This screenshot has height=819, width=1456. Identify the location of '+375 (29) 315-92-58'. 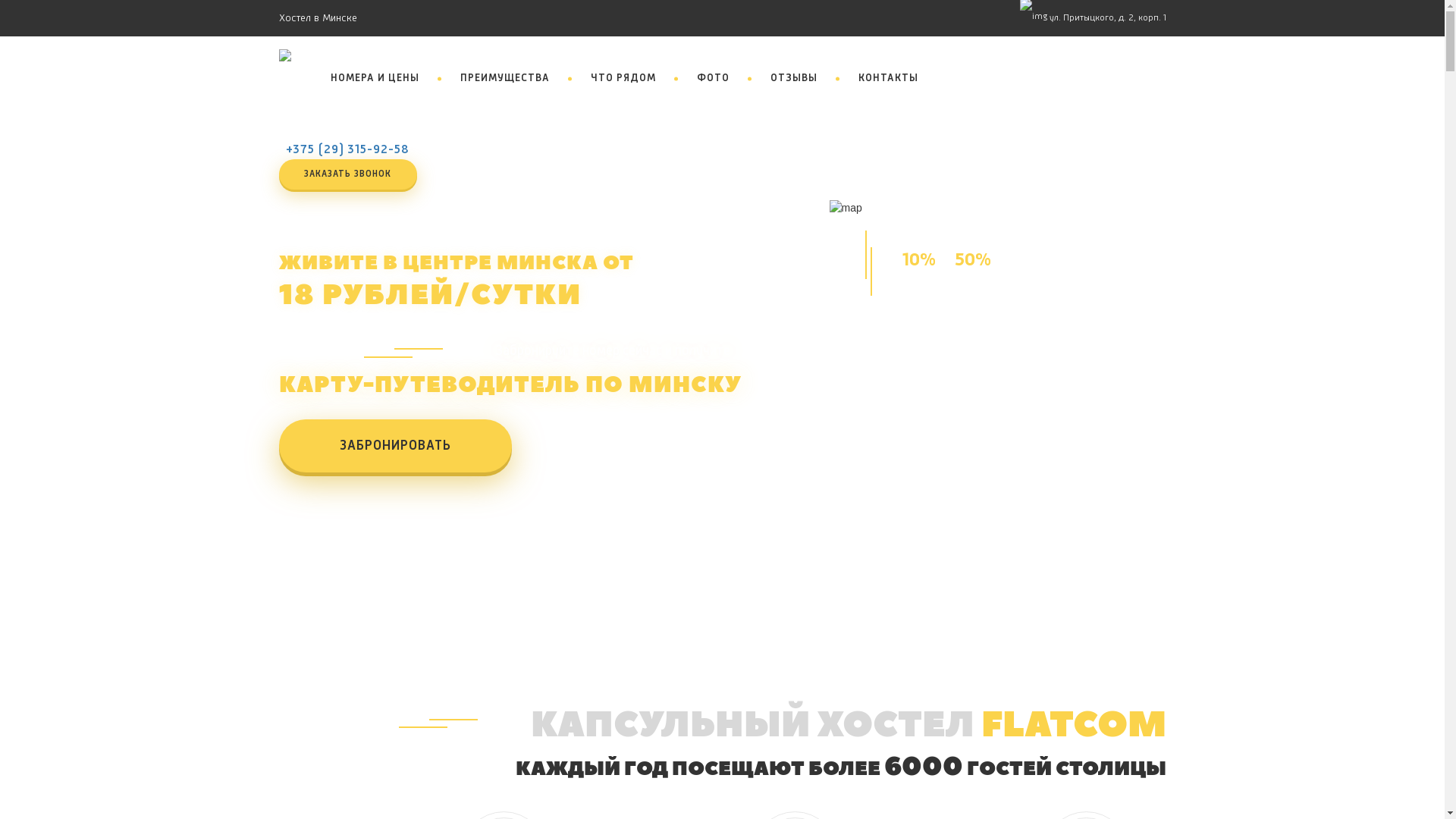
(347, 149).